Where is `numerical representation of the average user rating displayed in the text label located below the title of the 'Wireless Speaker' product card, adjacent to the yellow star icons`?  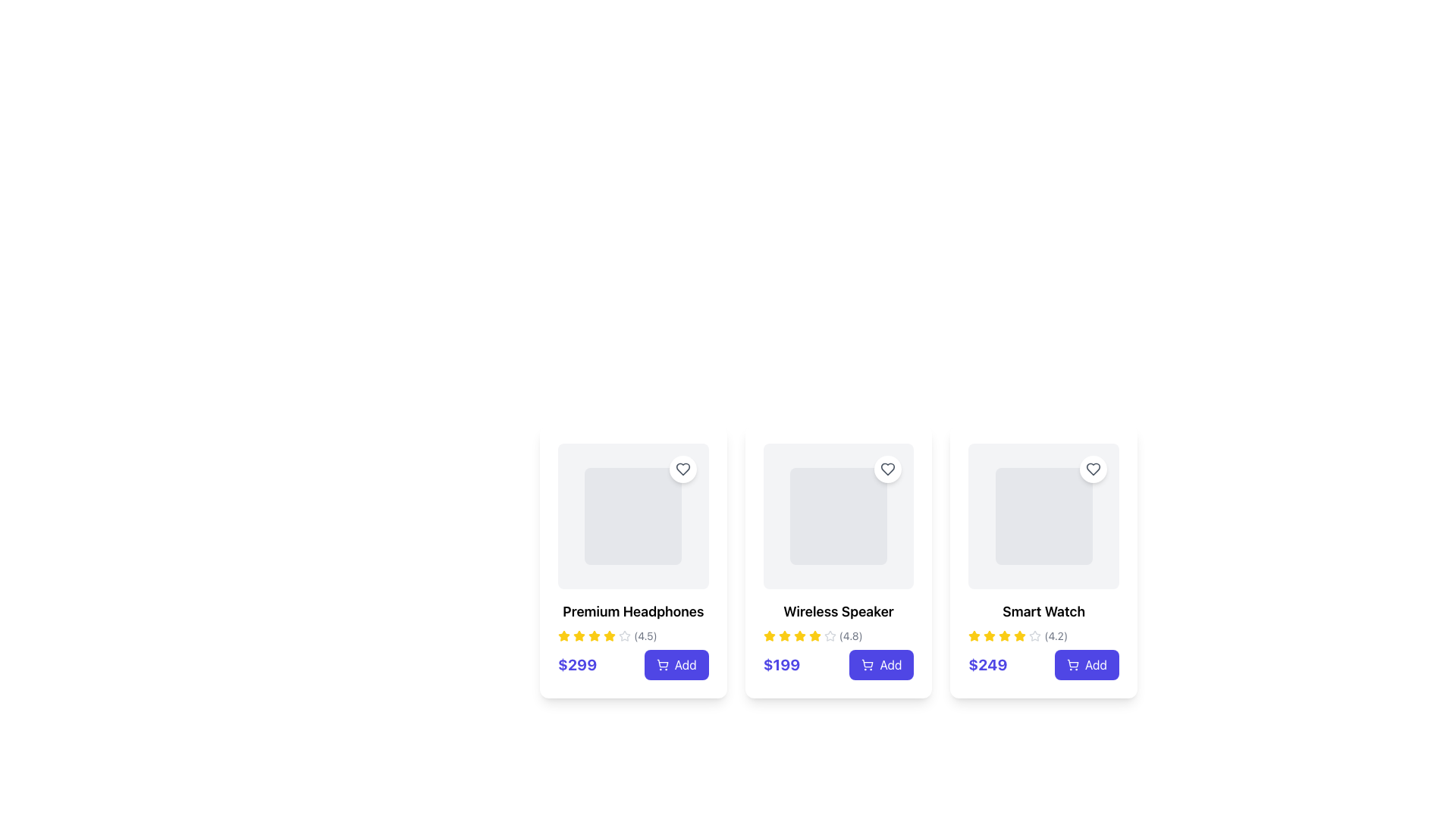 numerical representation of the average user rating displayed in the text label located below the title of the 'Wireless Speaker' product card, adjacent to the yellow star icons is located at coordinates (851, 636).